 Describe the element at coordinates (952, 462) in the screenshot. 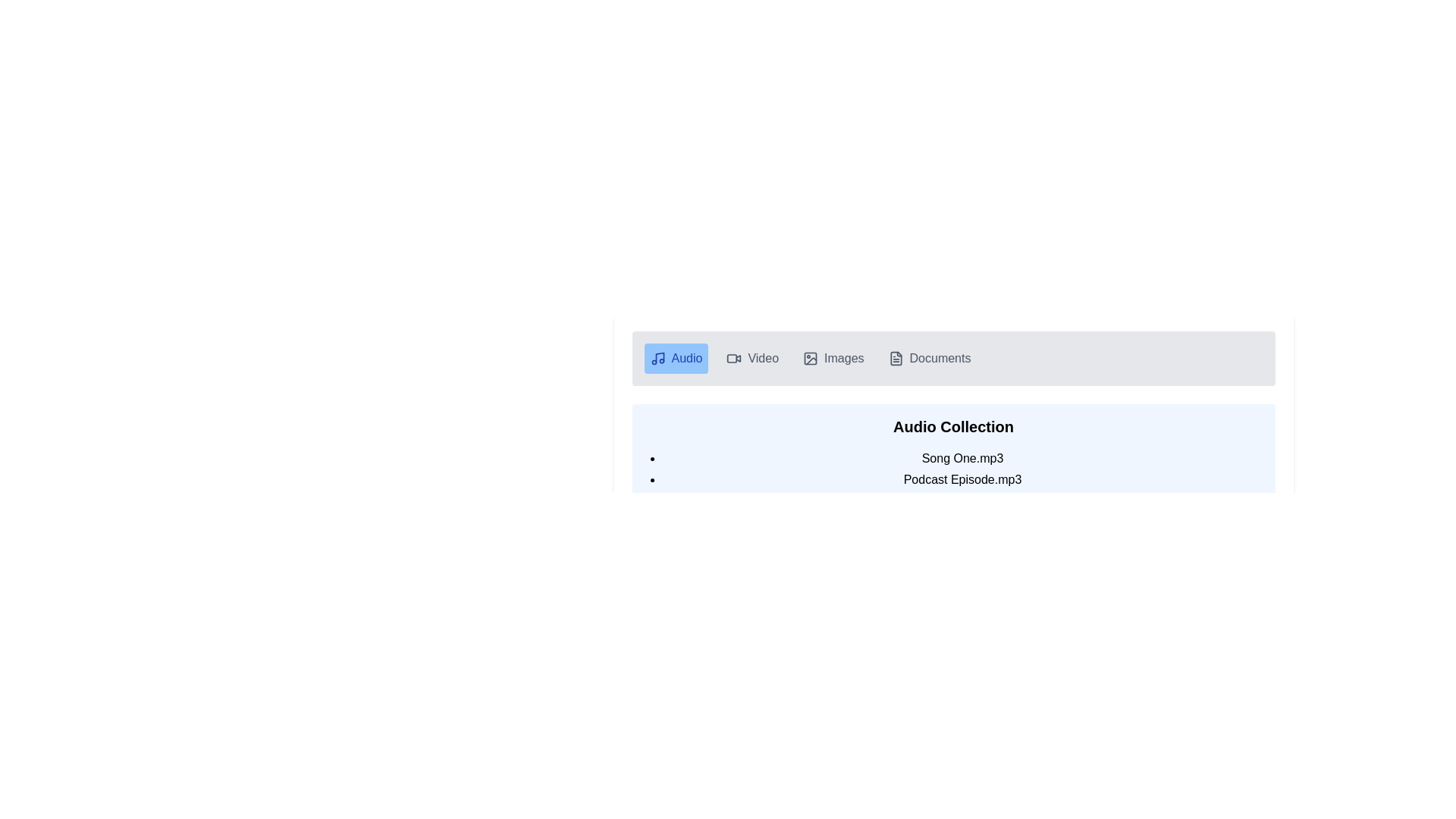

I see `the displayed media file name in the 'Audio Collection' section, which is the first item in the list` at that location.